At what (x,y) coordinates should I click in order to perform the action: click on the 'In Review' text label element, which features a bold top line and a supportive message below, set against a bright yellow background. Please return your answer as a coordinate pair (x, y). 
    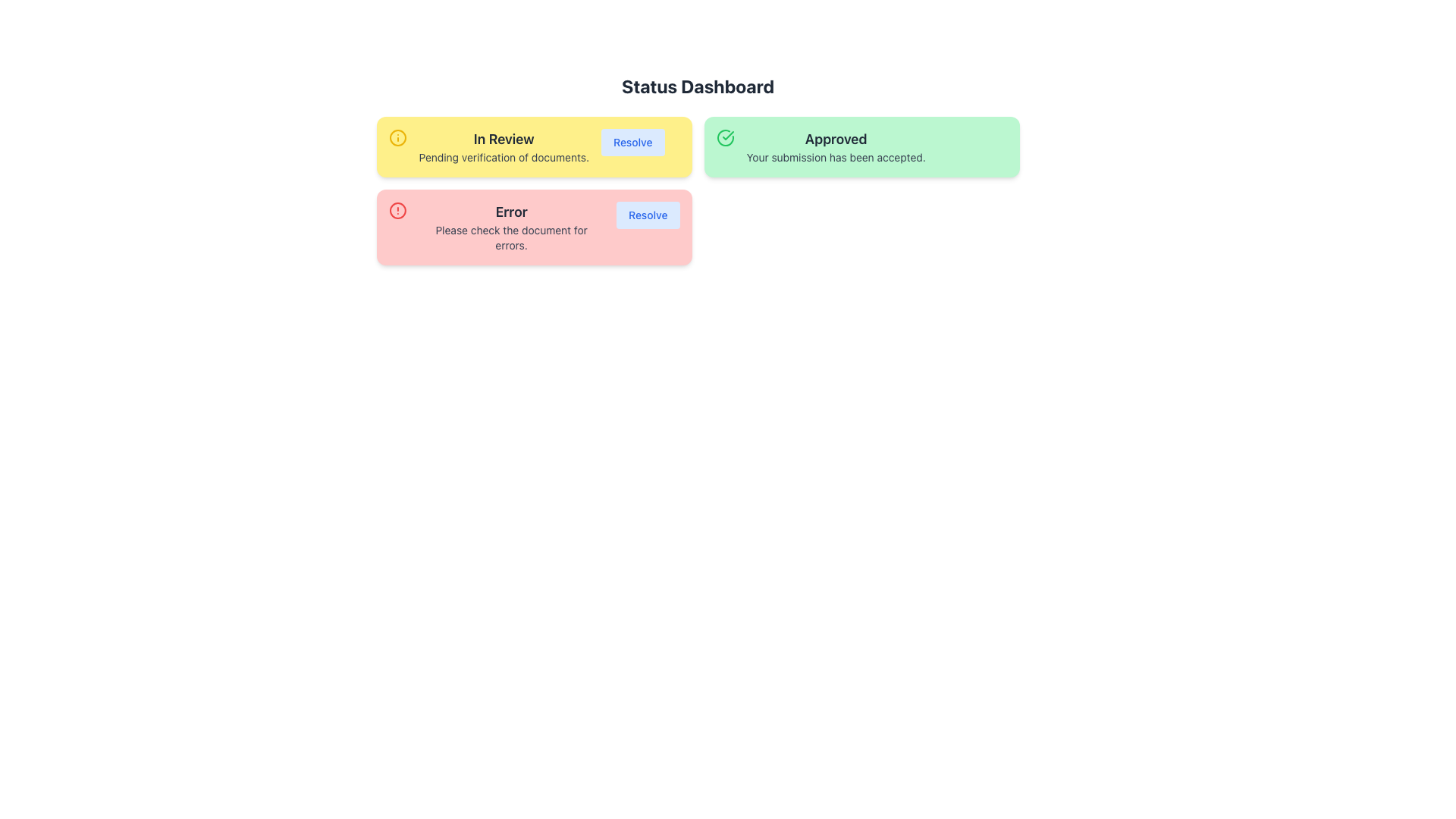
    Looking at the image, I should click on (504, 146).